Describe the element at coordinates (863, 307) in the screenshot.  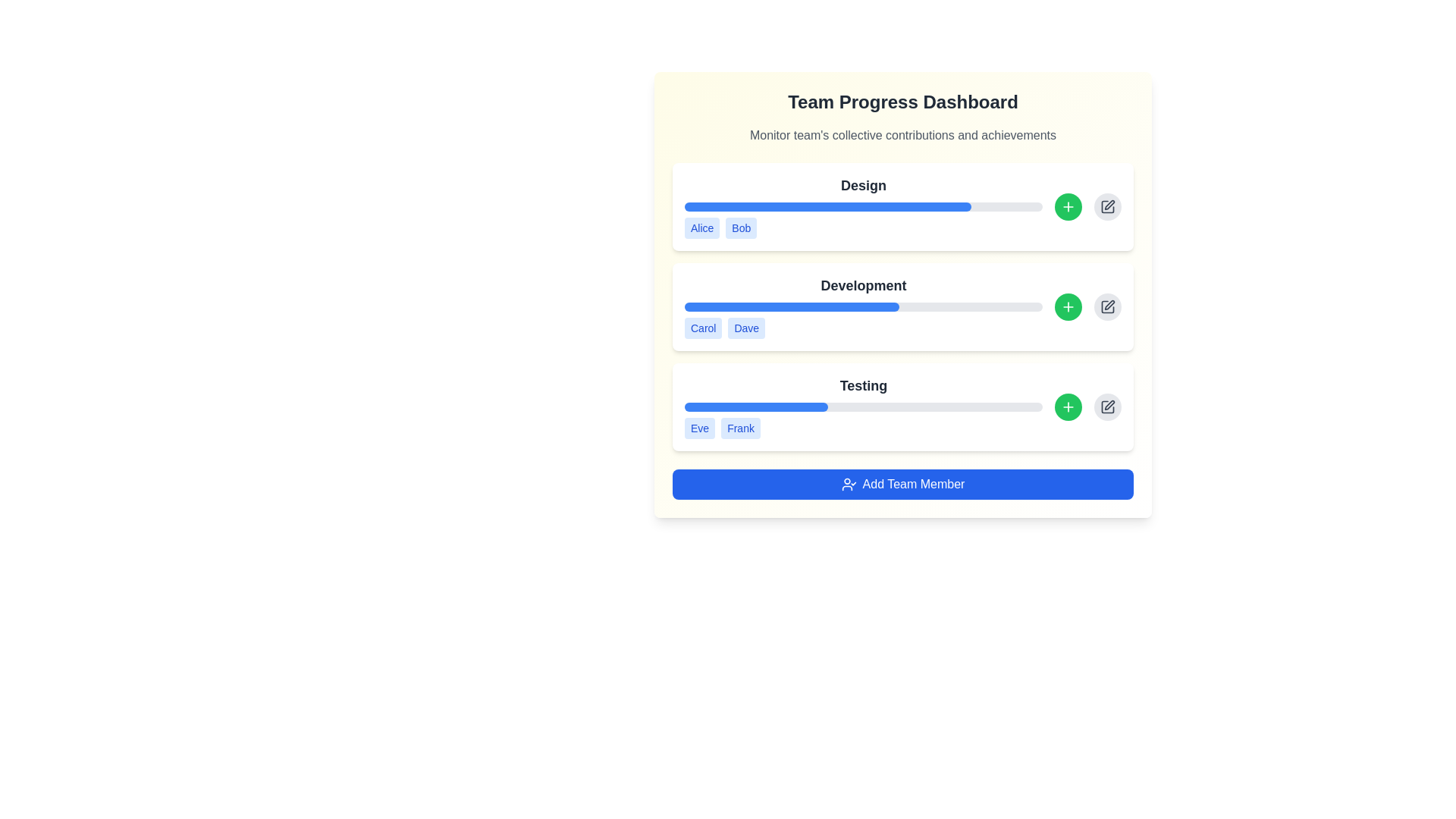
I see `the horizontal progress bar indicating 60% progress, located below the 'Development' heading and above the labels 'Carol' and 'Dave'` at that location.